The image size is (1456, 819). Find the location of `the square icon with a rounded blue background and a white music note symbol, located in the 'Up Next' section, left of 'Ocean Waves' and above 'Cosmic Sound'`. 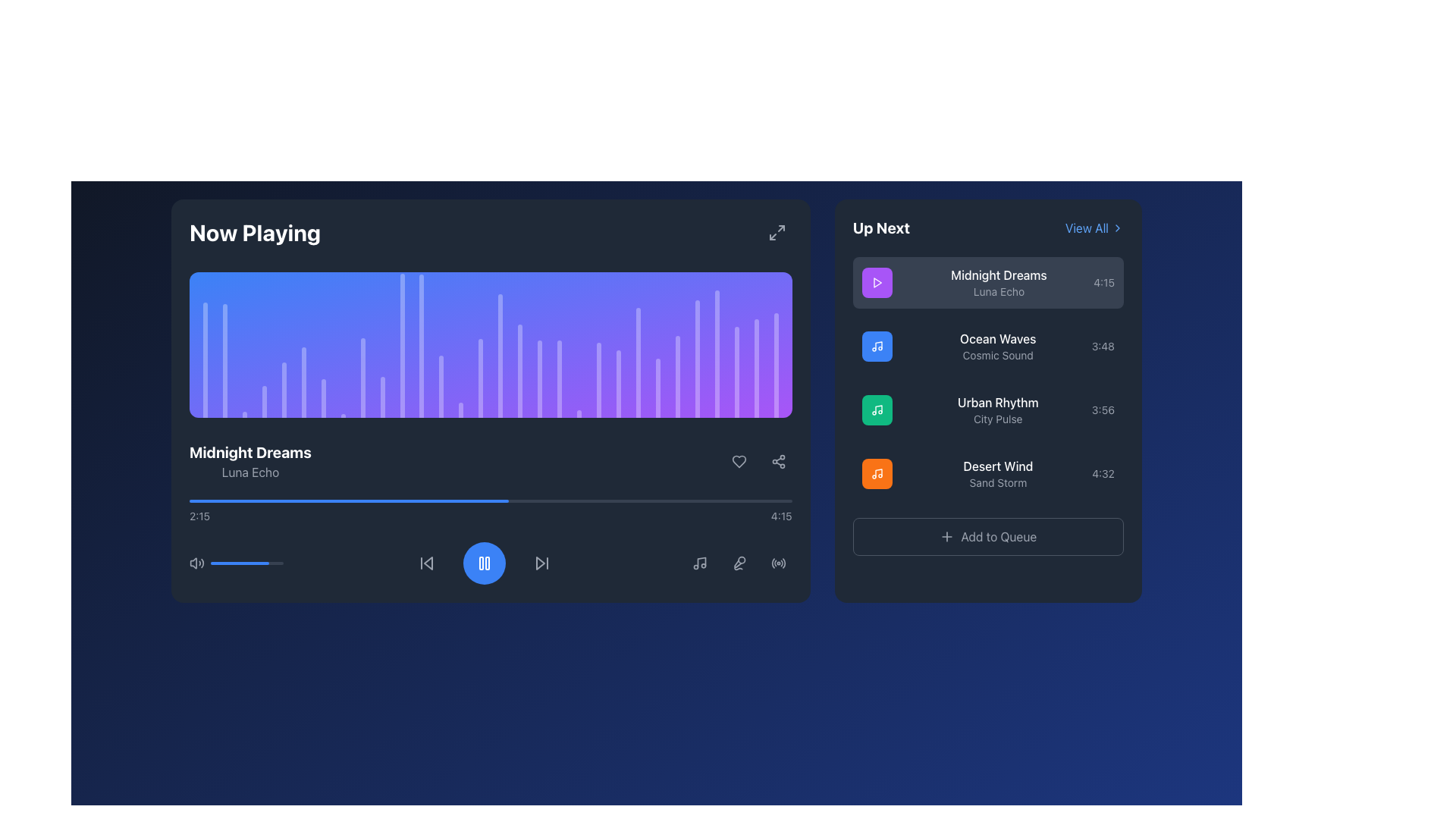

the square icon with a rounded blue background and a white music note symbol, located in the 'Up Next' section, left of 'Ocean Waves' and above 'Cosmic Sound' is located at coordinates (877, 346).